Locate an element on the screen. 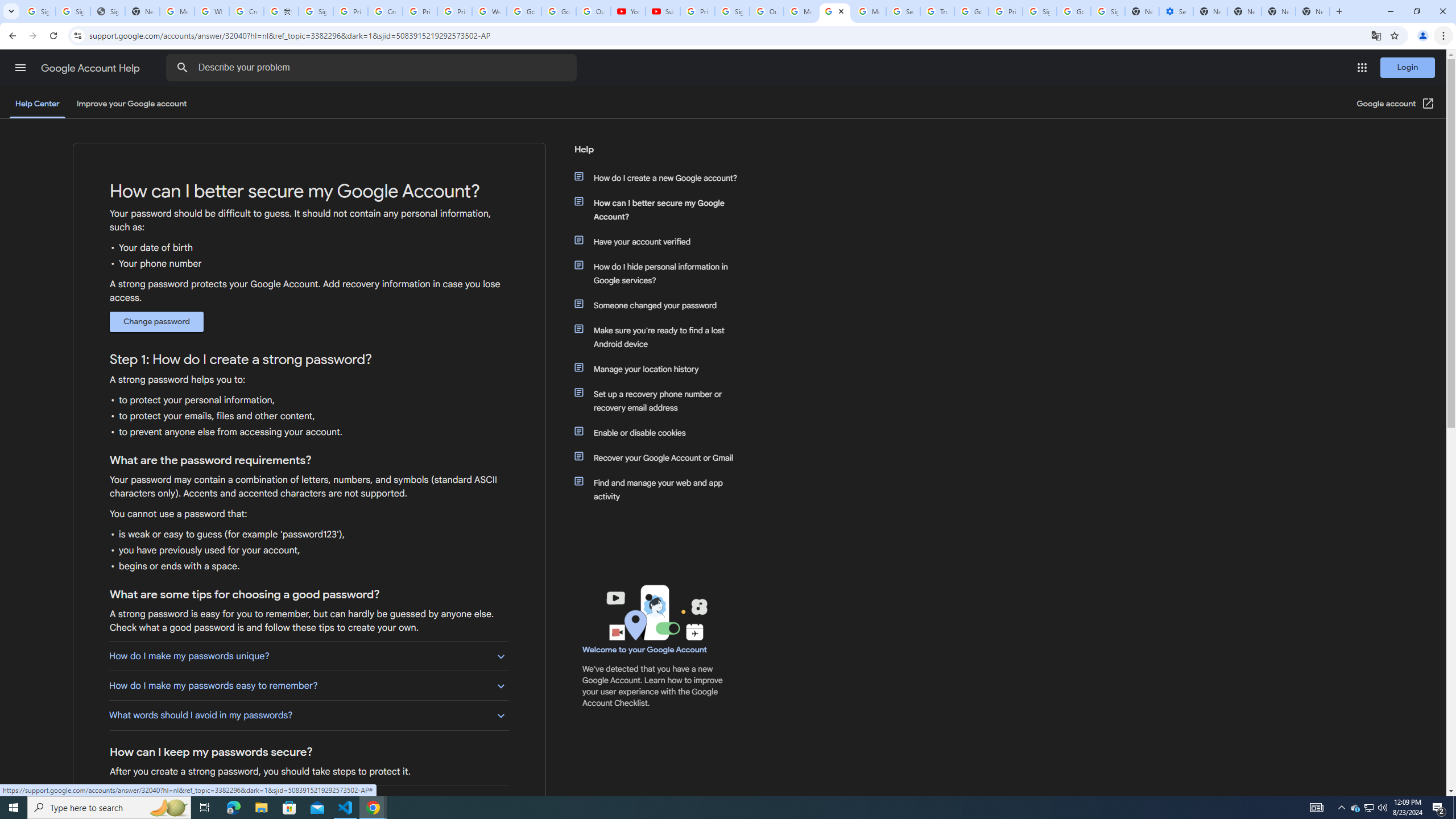 This screenshot has width=1456, height=819. 'Help Center' is located at coordinates (37, 103).